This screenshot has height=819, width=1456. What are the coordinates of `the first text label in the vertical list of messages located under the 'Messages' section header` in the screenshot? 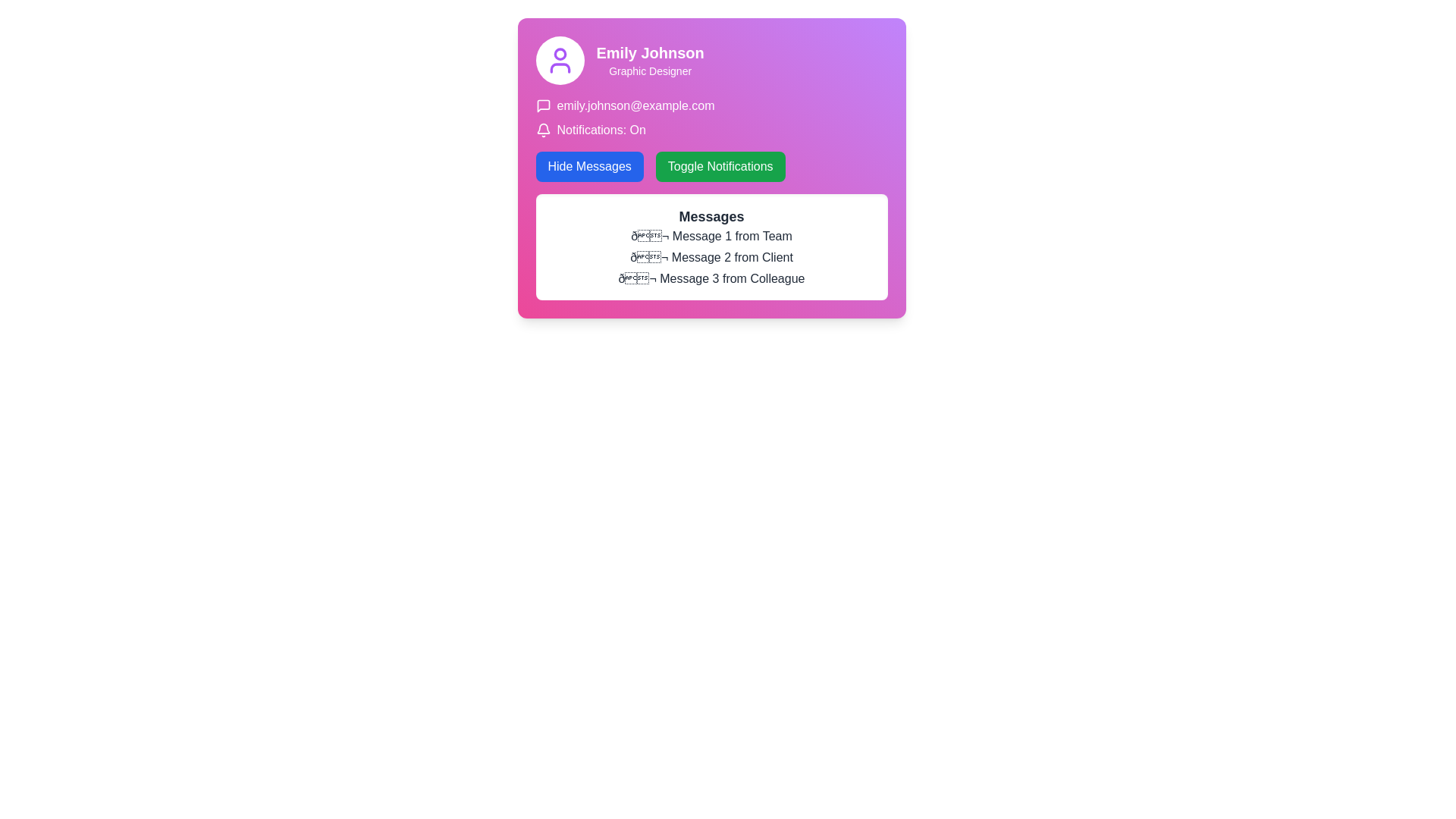 It's located at (711, 237).